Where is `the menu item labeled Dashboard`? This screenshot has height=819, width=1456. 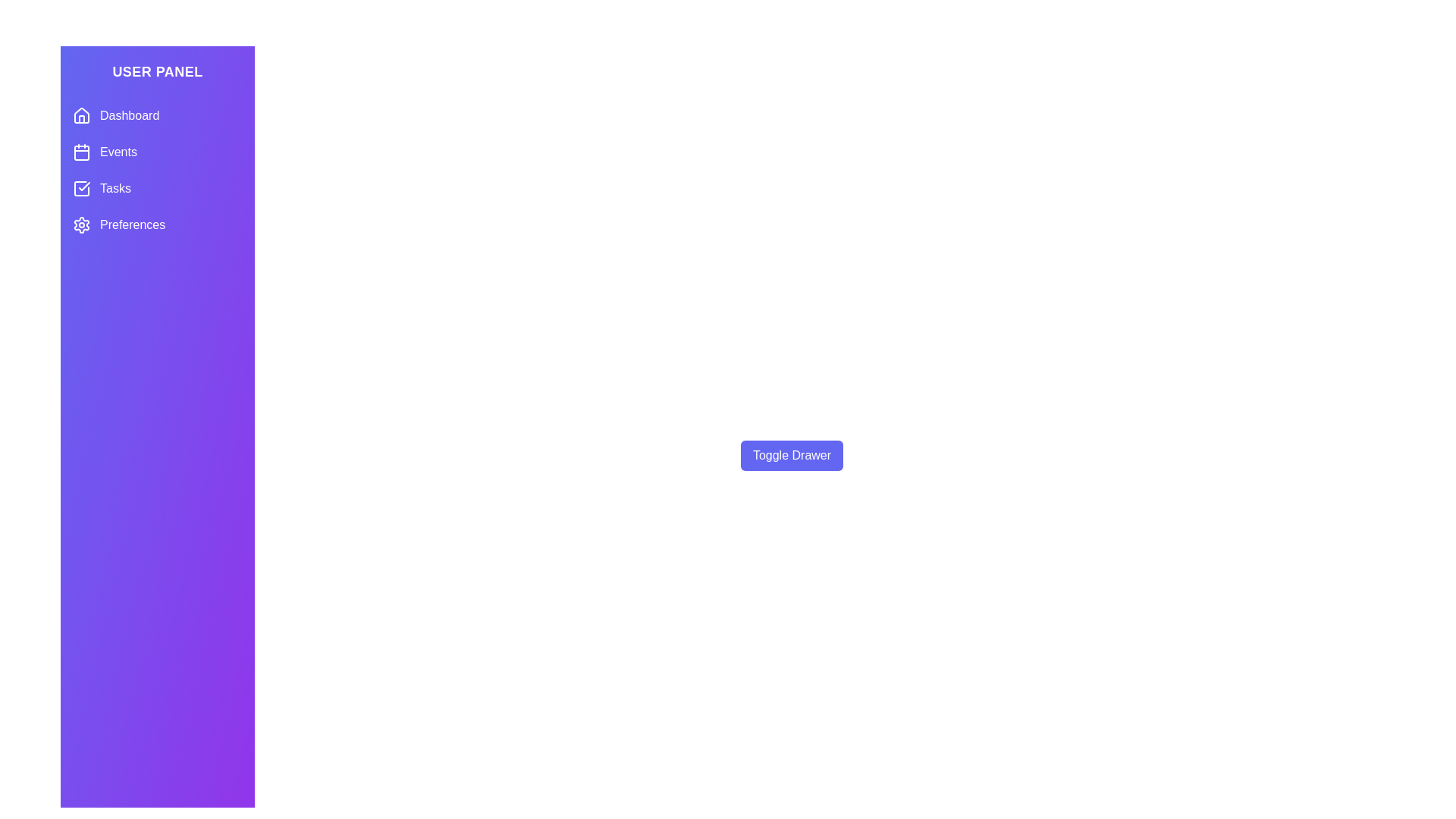 the menu item labeled Dashboard is located at coordinates (157, 115).